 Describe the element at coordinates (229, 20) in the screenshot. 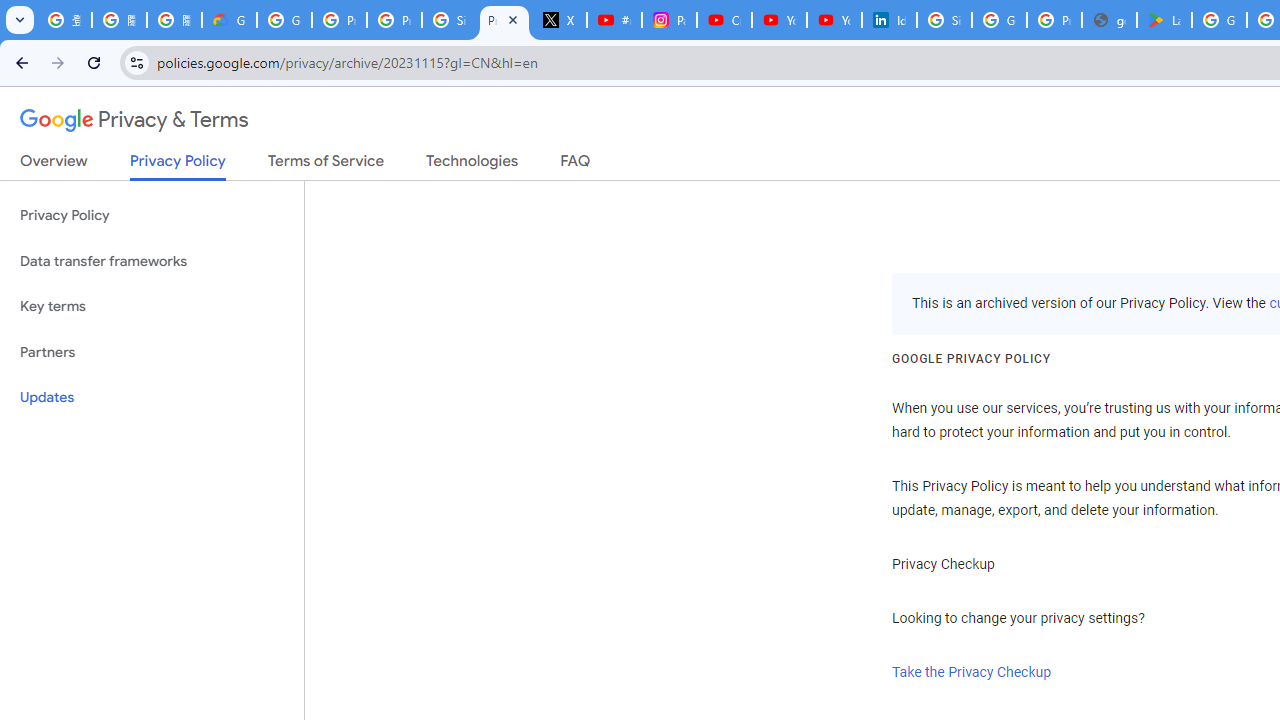

I see `'Google Cloud Privacy Notice'` at that location.